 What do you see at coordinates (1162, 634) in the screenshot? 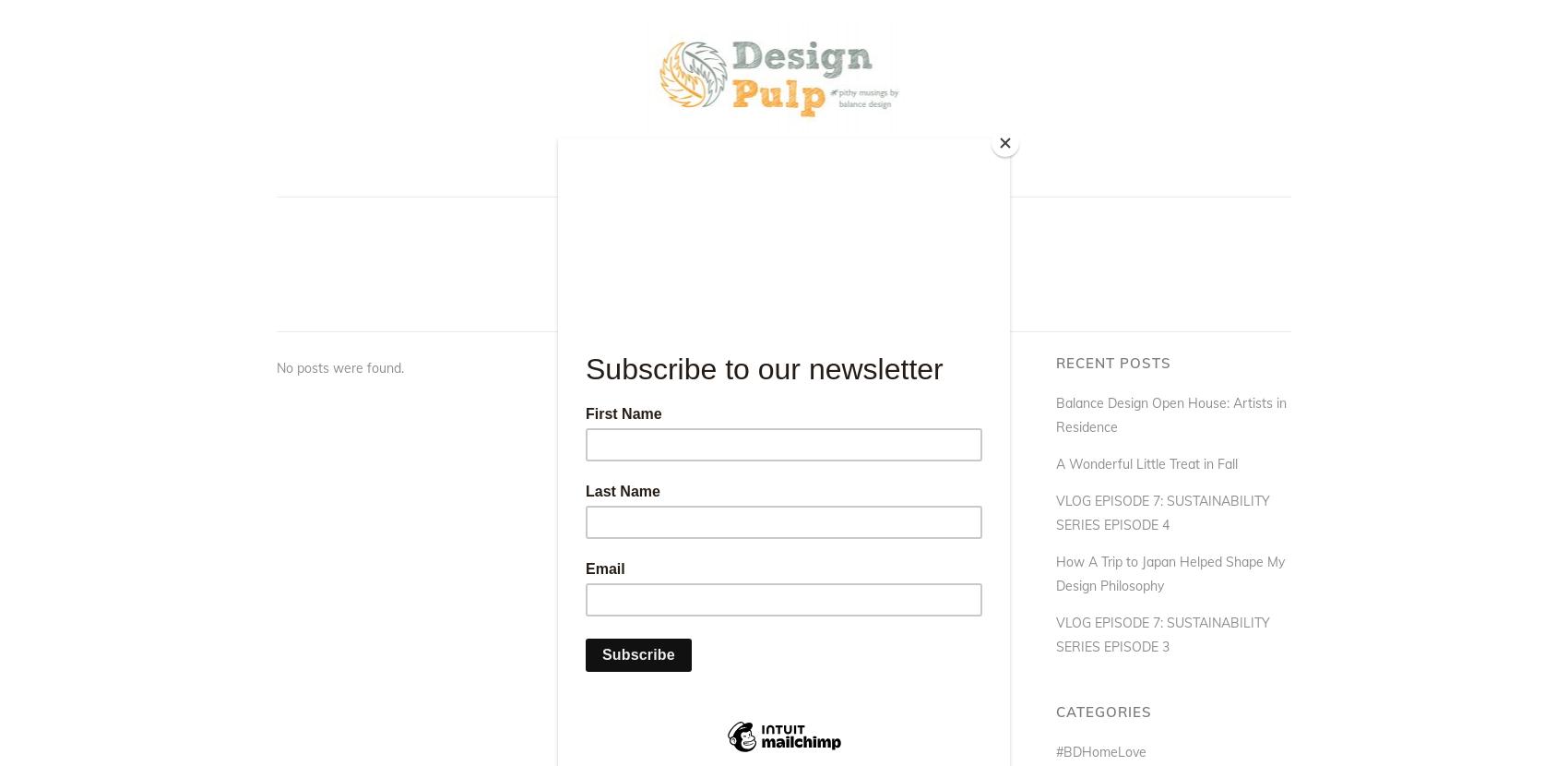
I see `'VLOG EPISODE 7: SUSTAINABILITY SERIES EPISODE 3'` at bounding box center [1162, 634].